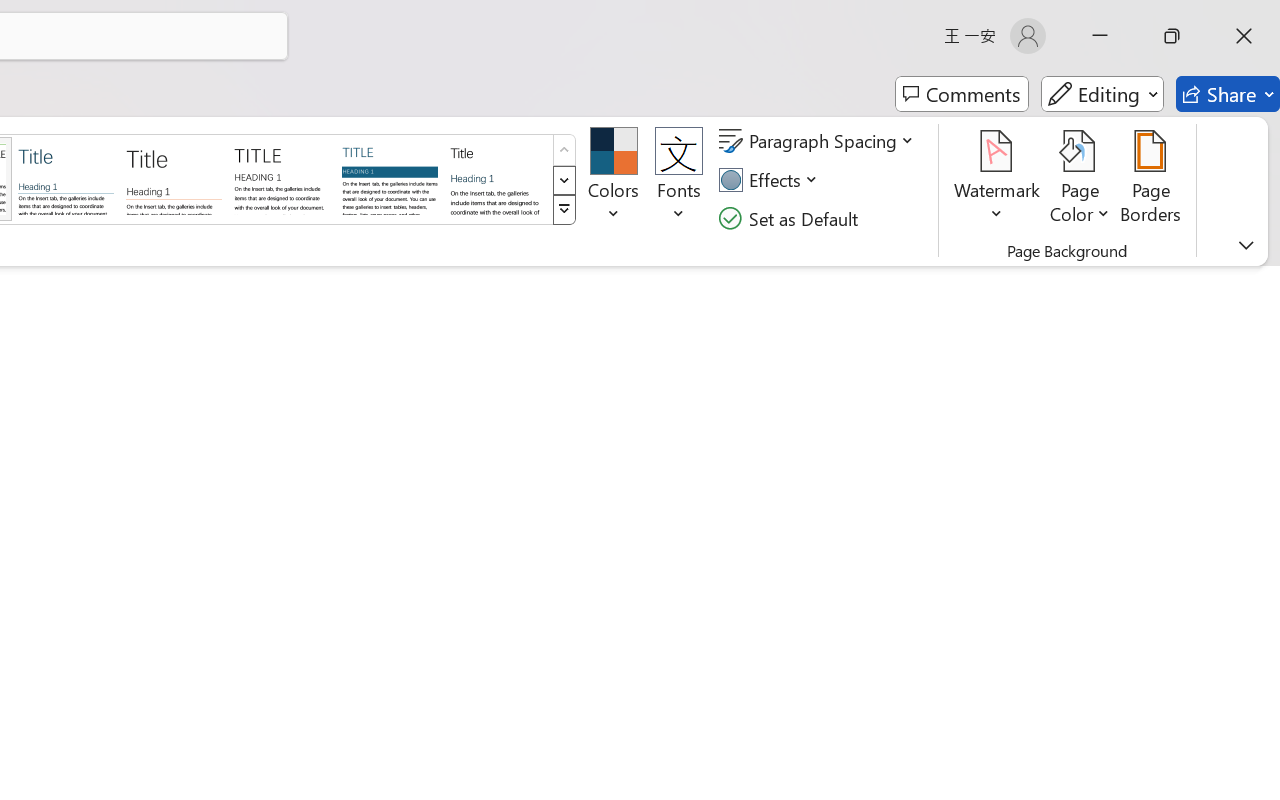  Describe the element at coordinates (1172, 35) in the screenshot. I see `'Restore Down'` at that location.